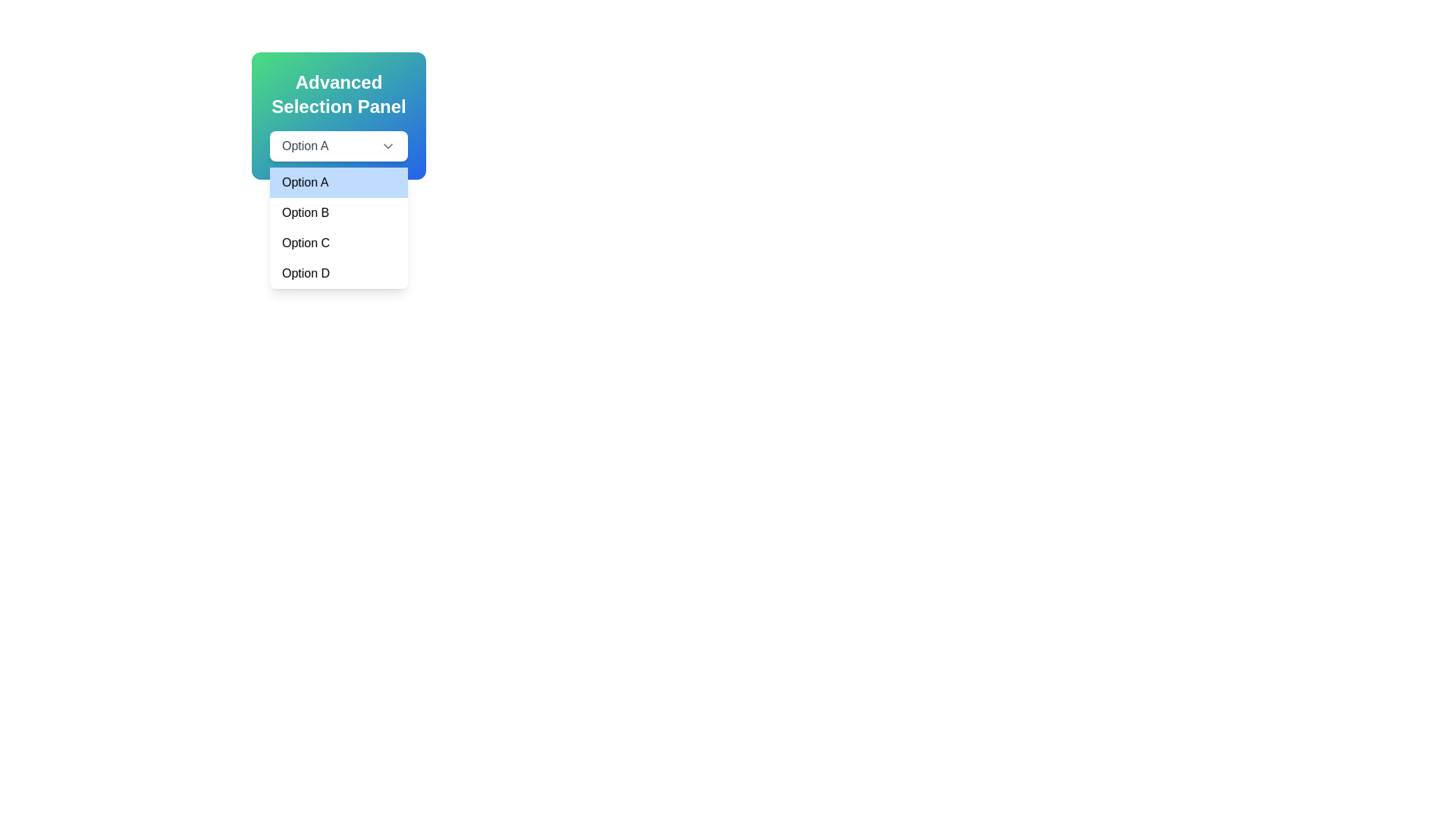 The width and height of the screenshot is (1456, 819). What do you see at coordinates (388, 146) in the screenshot?
I see `the downward-pointing chevron icon located at the far-right side of the 'Option A' button` at bounding box center [388, 146].